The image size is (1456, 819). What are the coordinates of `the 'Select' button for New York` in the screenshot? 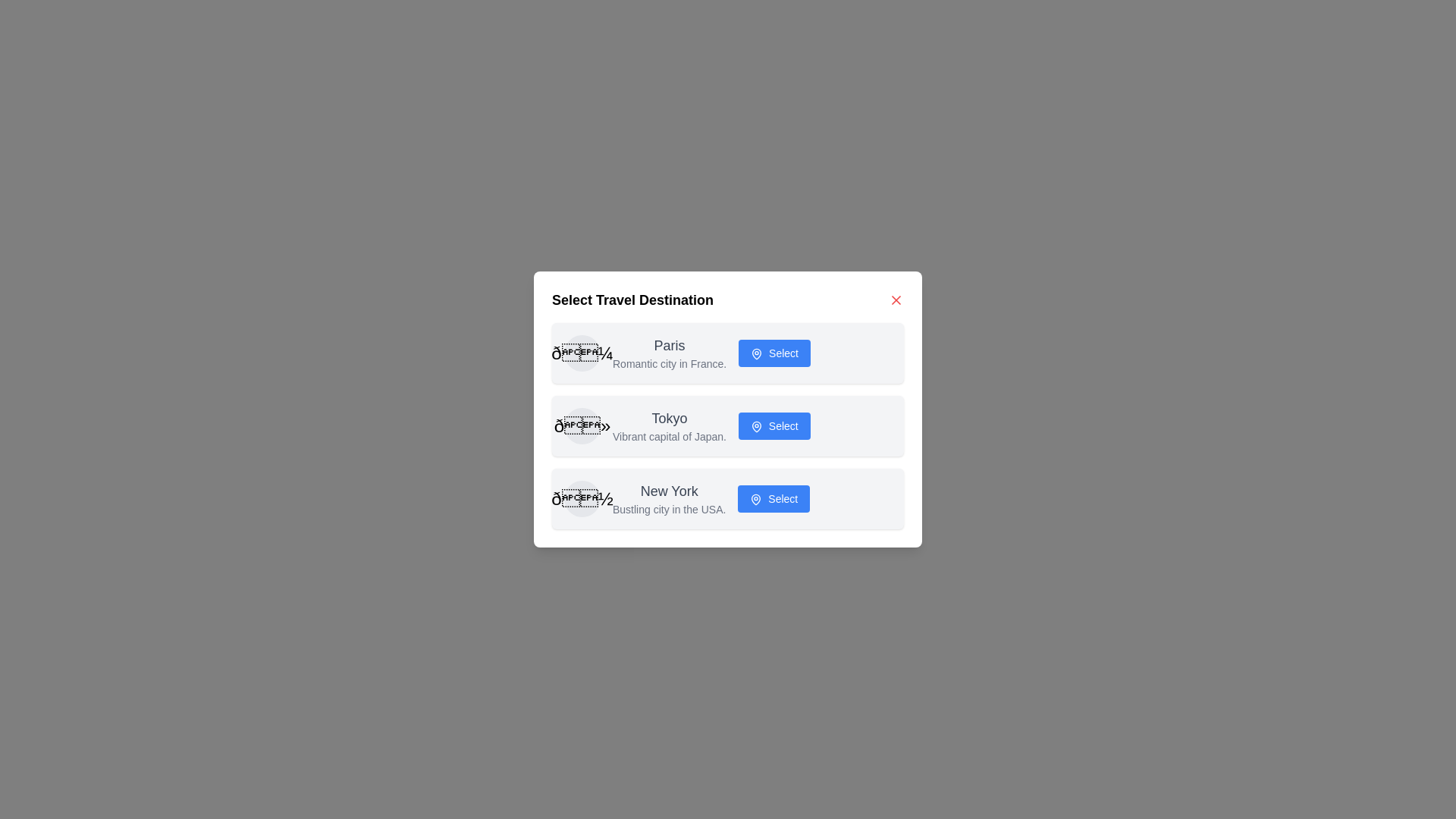 It's located at (774, 499).